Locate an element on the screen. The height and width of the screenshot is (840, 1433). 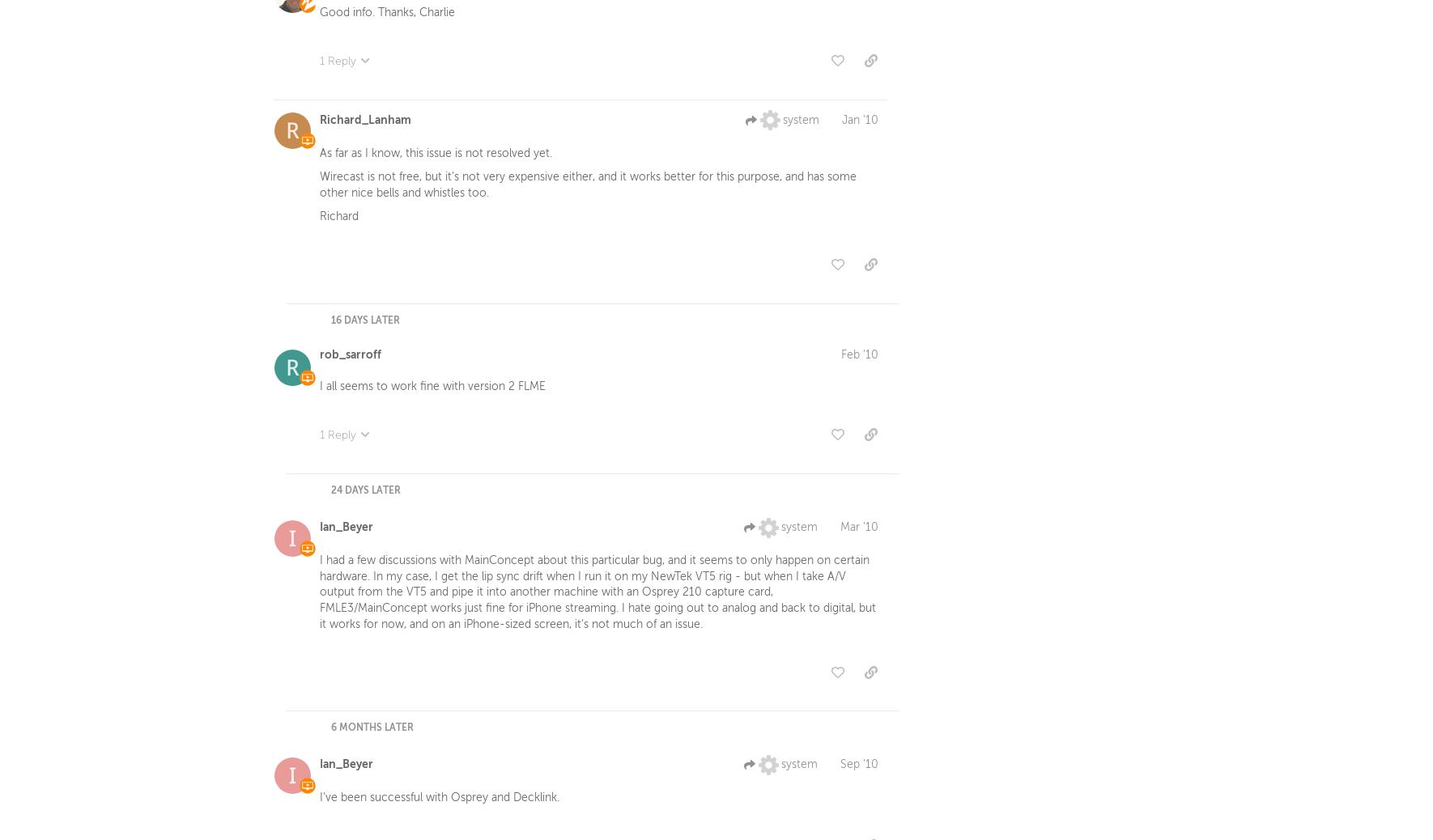
'24 days later' is located at coordinates (330, 493).